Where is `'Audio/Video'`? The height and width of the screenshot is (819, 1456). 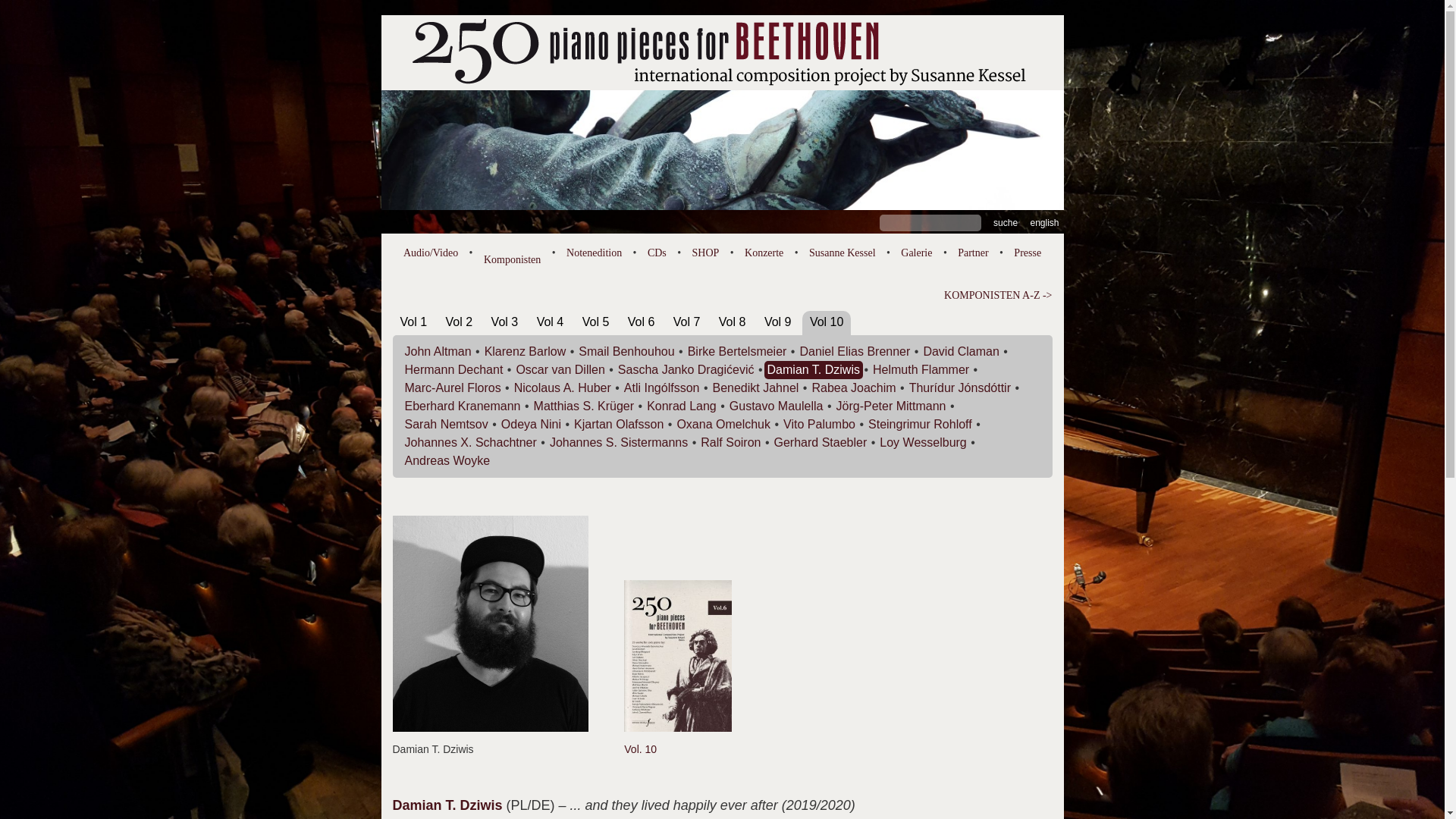
'Audio/Video' is located at coordinates (429, 252).